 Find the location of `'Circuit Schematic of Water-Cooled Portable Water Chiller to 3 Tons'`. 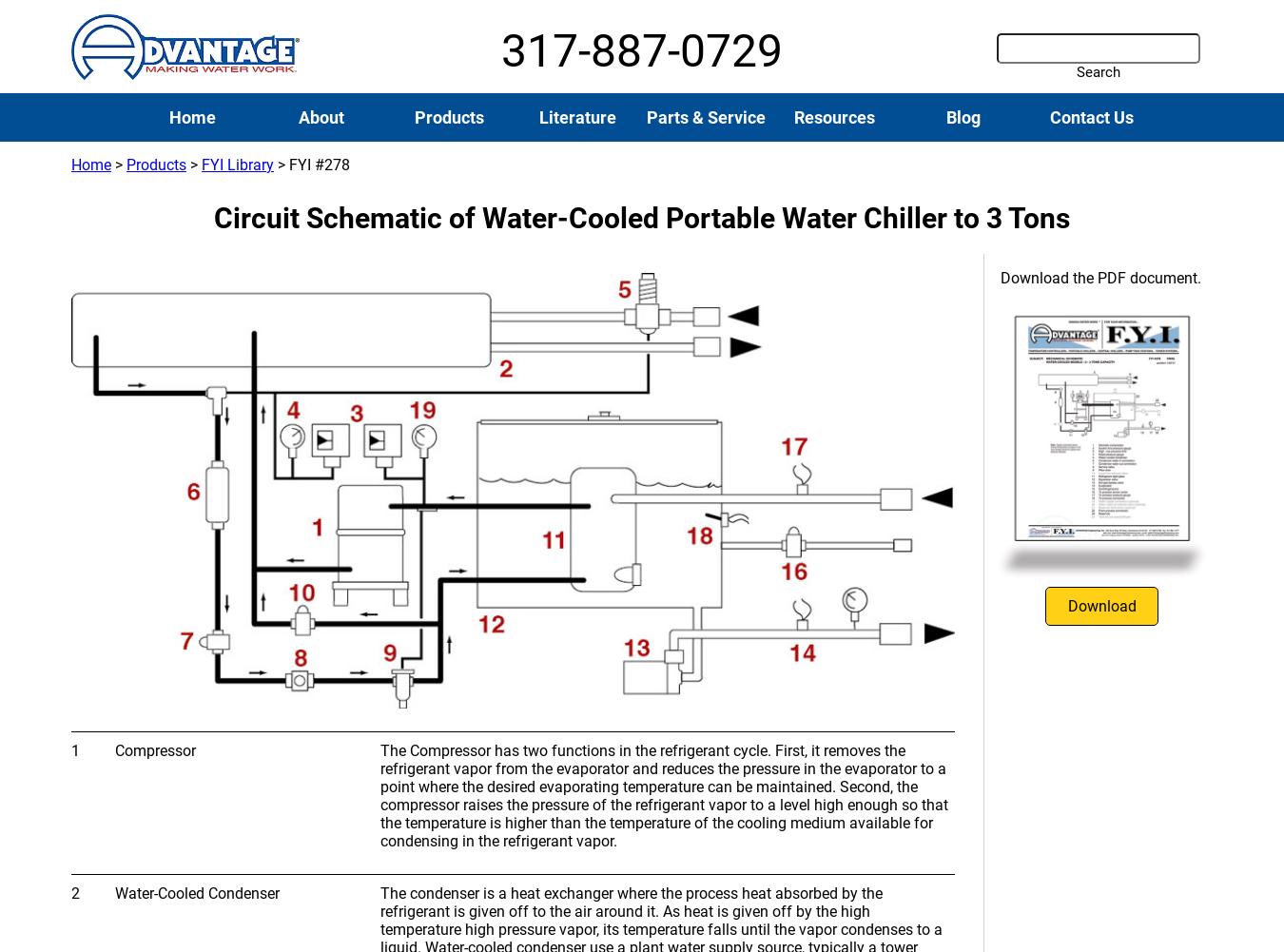

'Circuit Schematic of Water-Cooled Portable Water Chiller to 3 Tons' is located at coordinates (642, 218).